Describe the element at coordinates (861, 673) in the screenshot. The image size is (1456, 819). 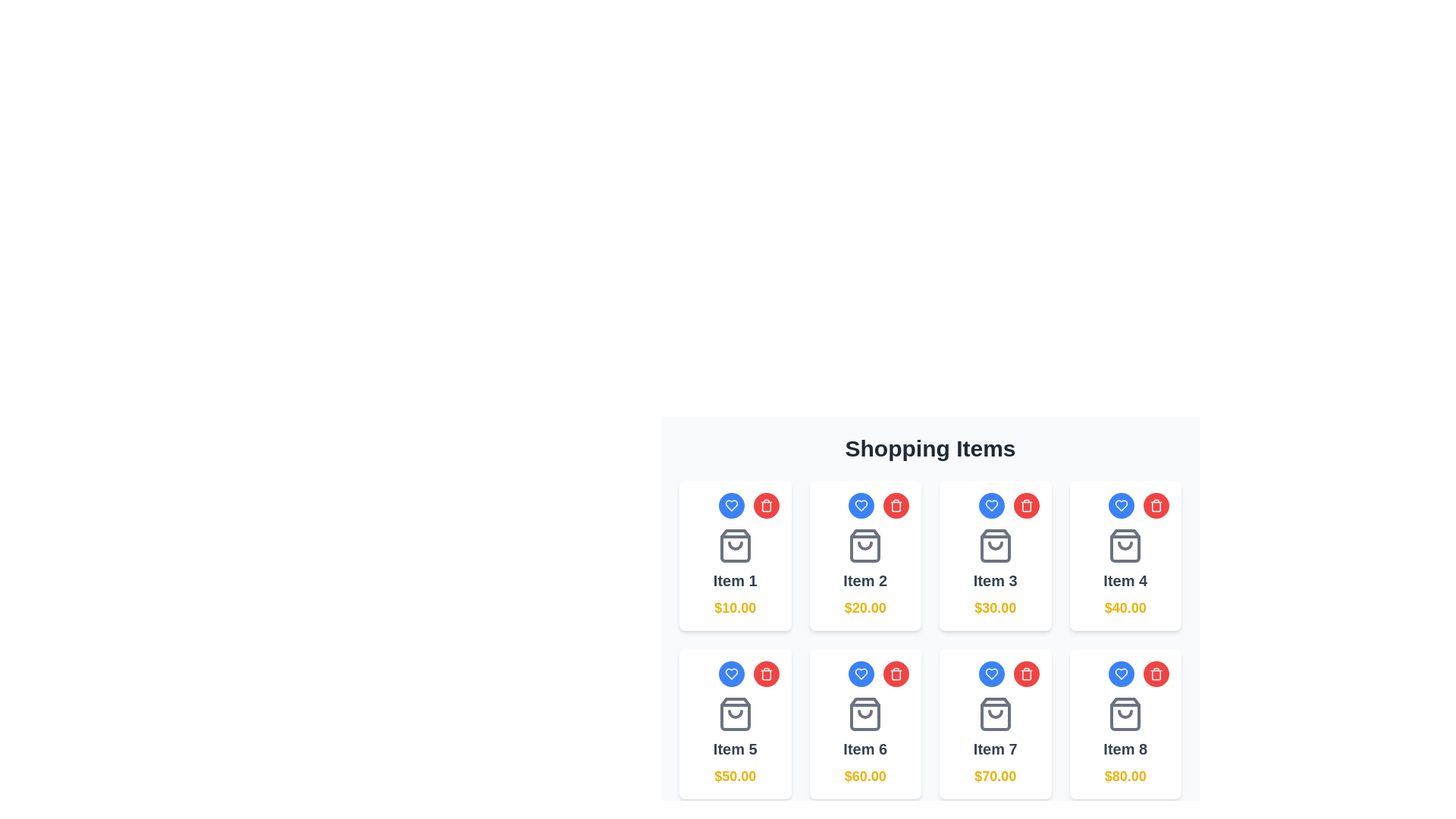
I see `the favorite button for 'Item 6', located` at that location.